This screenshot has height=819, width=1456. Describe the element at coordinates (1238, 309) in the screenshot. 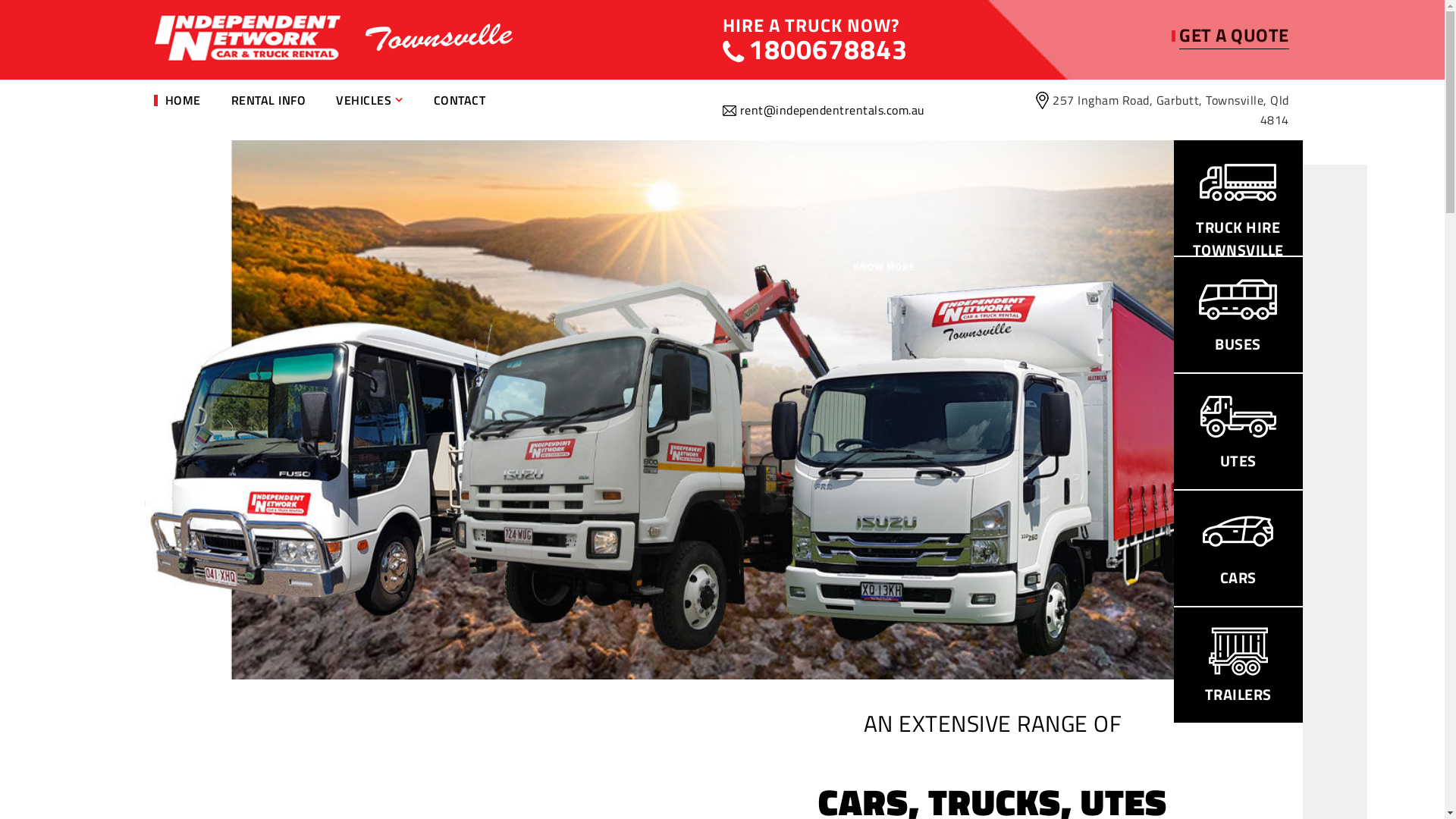

I see `'BUSES'` at that location.